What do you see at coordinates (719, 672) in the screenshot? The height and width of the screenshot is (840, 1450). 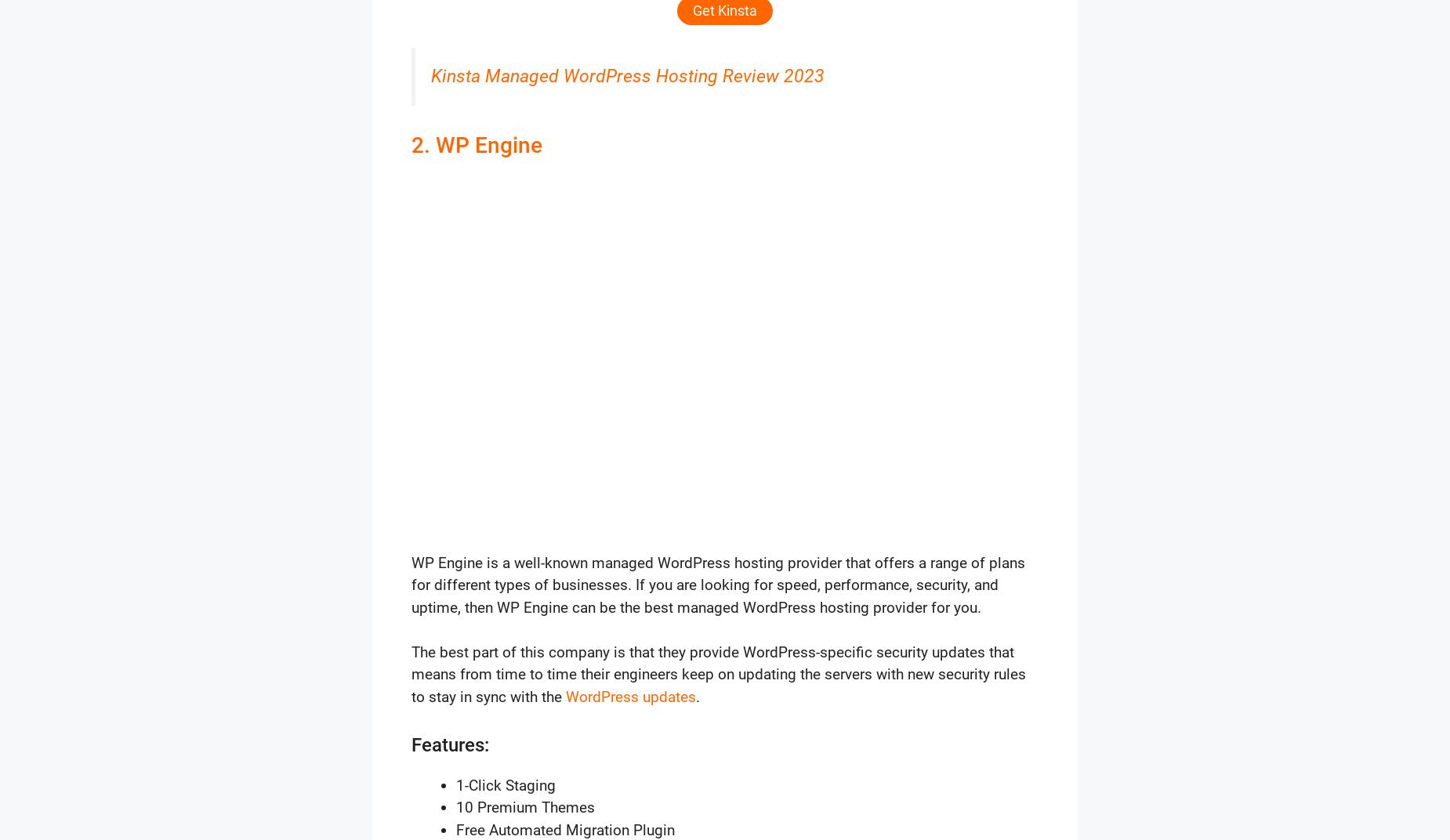 I see `'The best part of this company is that they provide WordPress-specific security updates that means from time to time their engineers keep on updating the servers with new security rules to stay in sync with the'` at bounding box center [719, 672].